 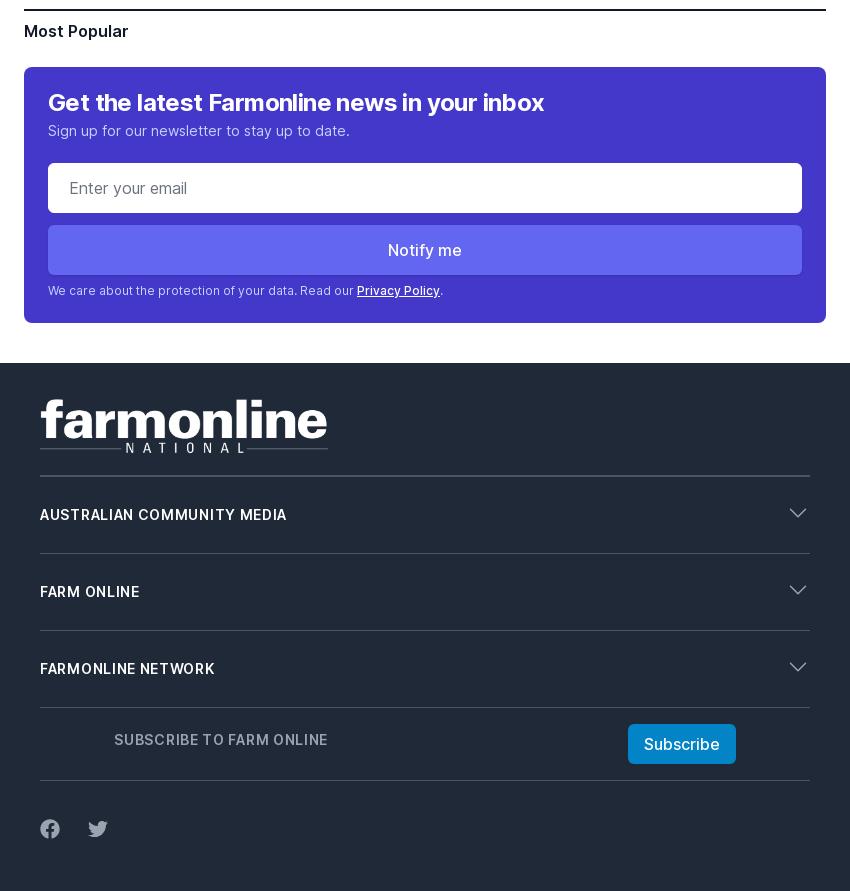 I want to click on 'Most Popular', so click(x=76, y=30).